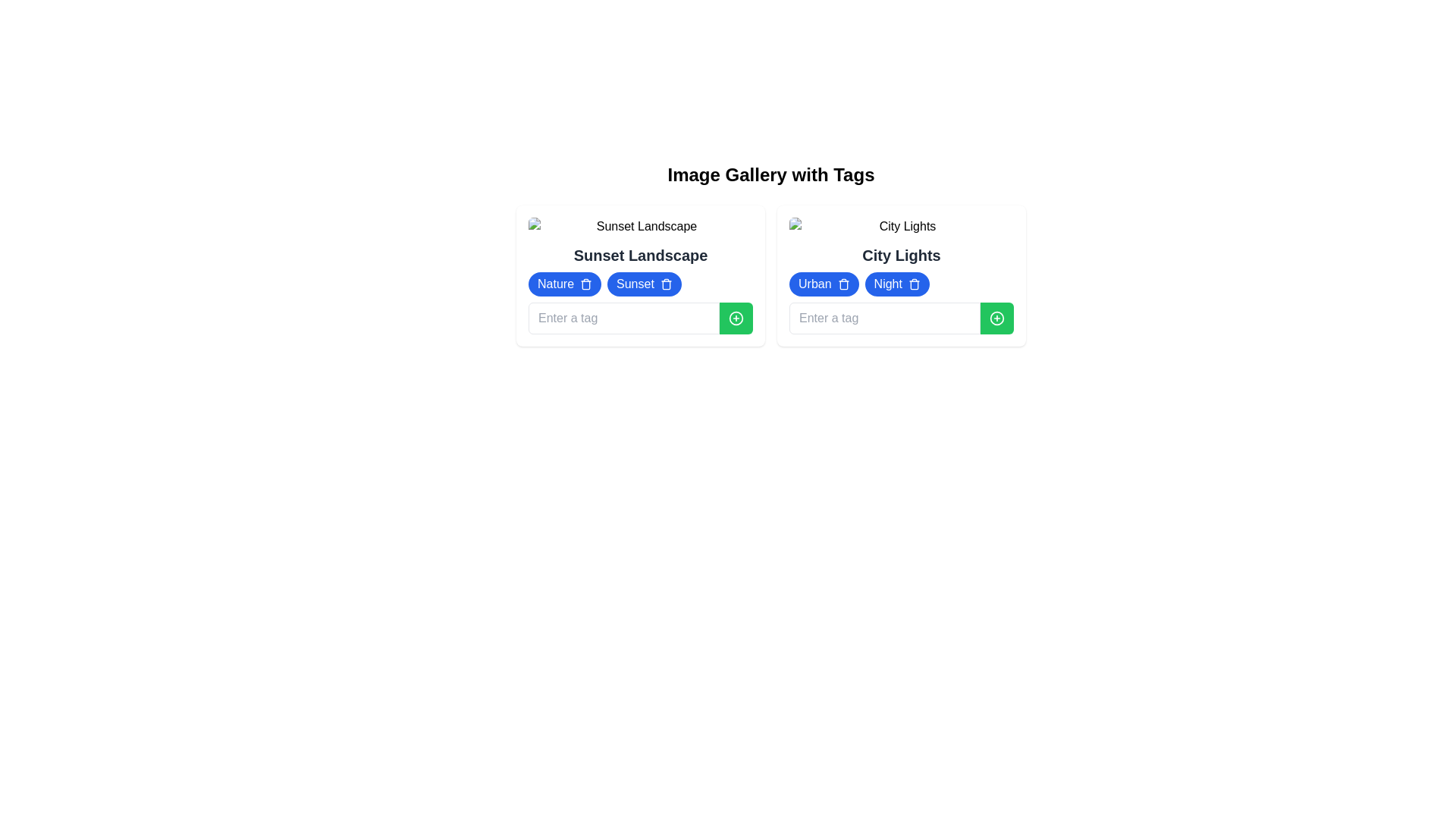  I want to click on the trash can icon of the blue badge labeled 'Urban', so click(823, 284).